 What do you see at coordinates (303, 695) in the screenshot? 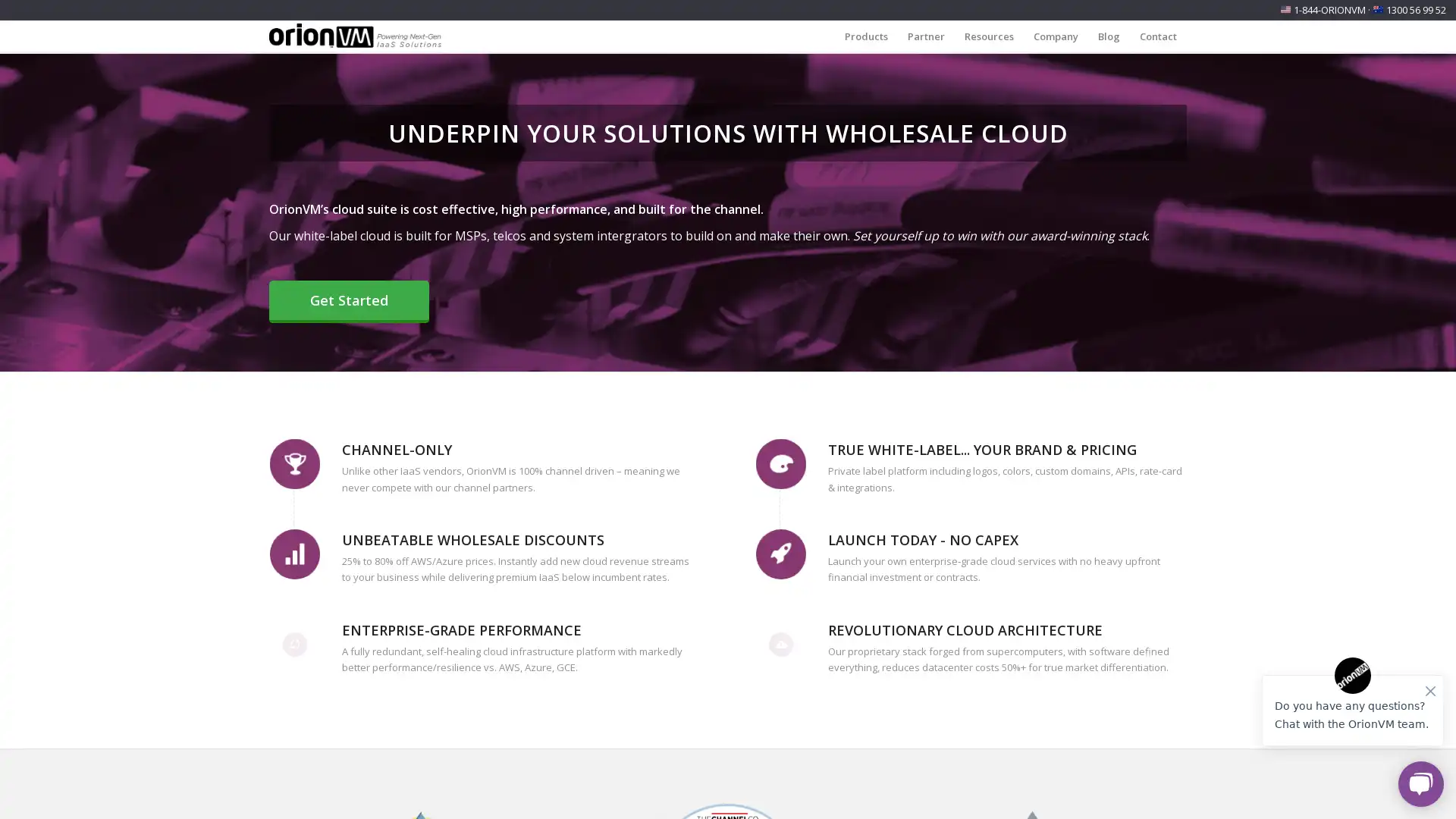
I see `Close` at bounding box center [303, 695].